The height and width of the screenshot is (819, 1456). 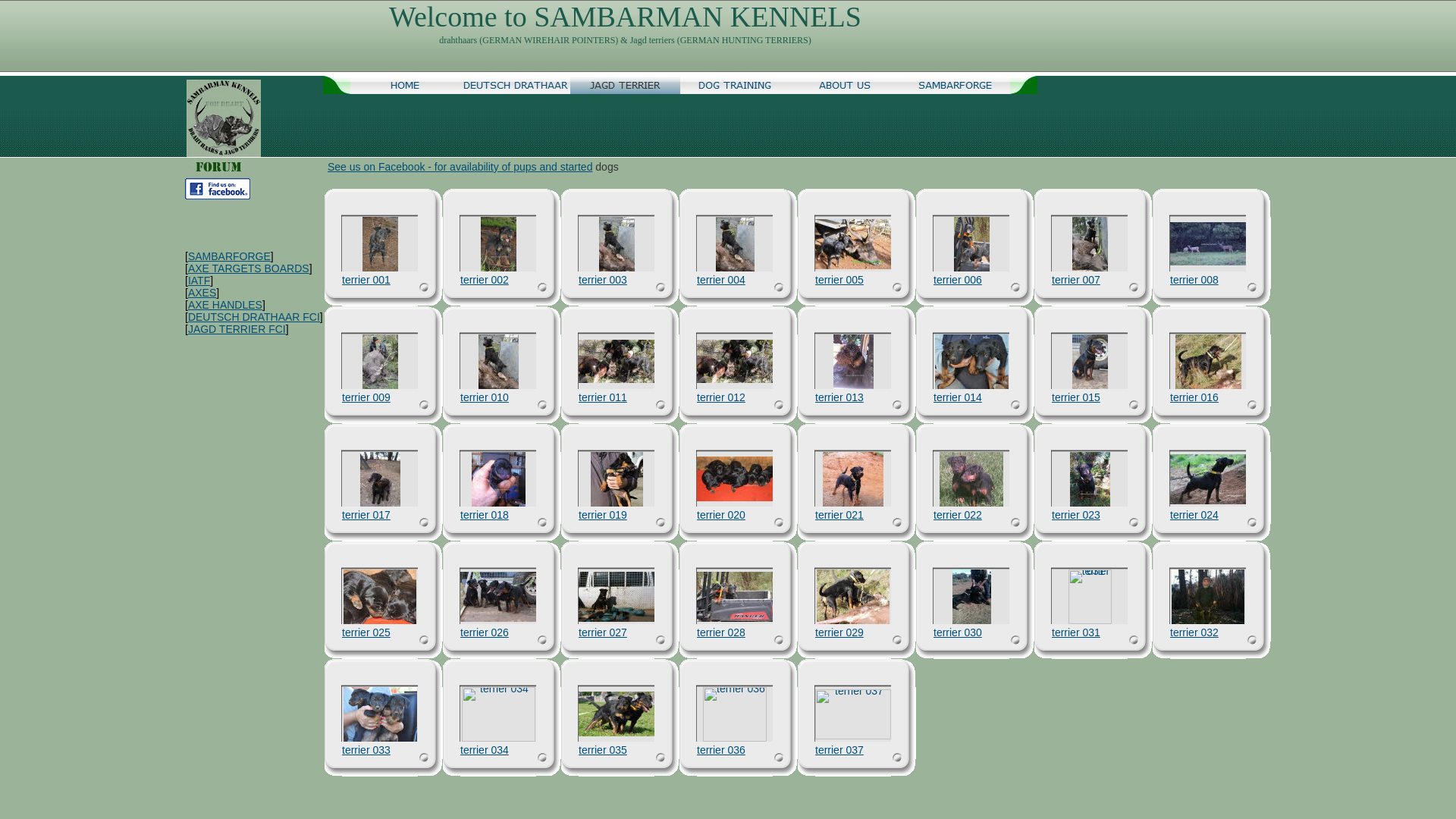 What do you see at coordinates (839, 632) in the screenshot?
I see `'terrier 029'` at bounding box center [839, 632].